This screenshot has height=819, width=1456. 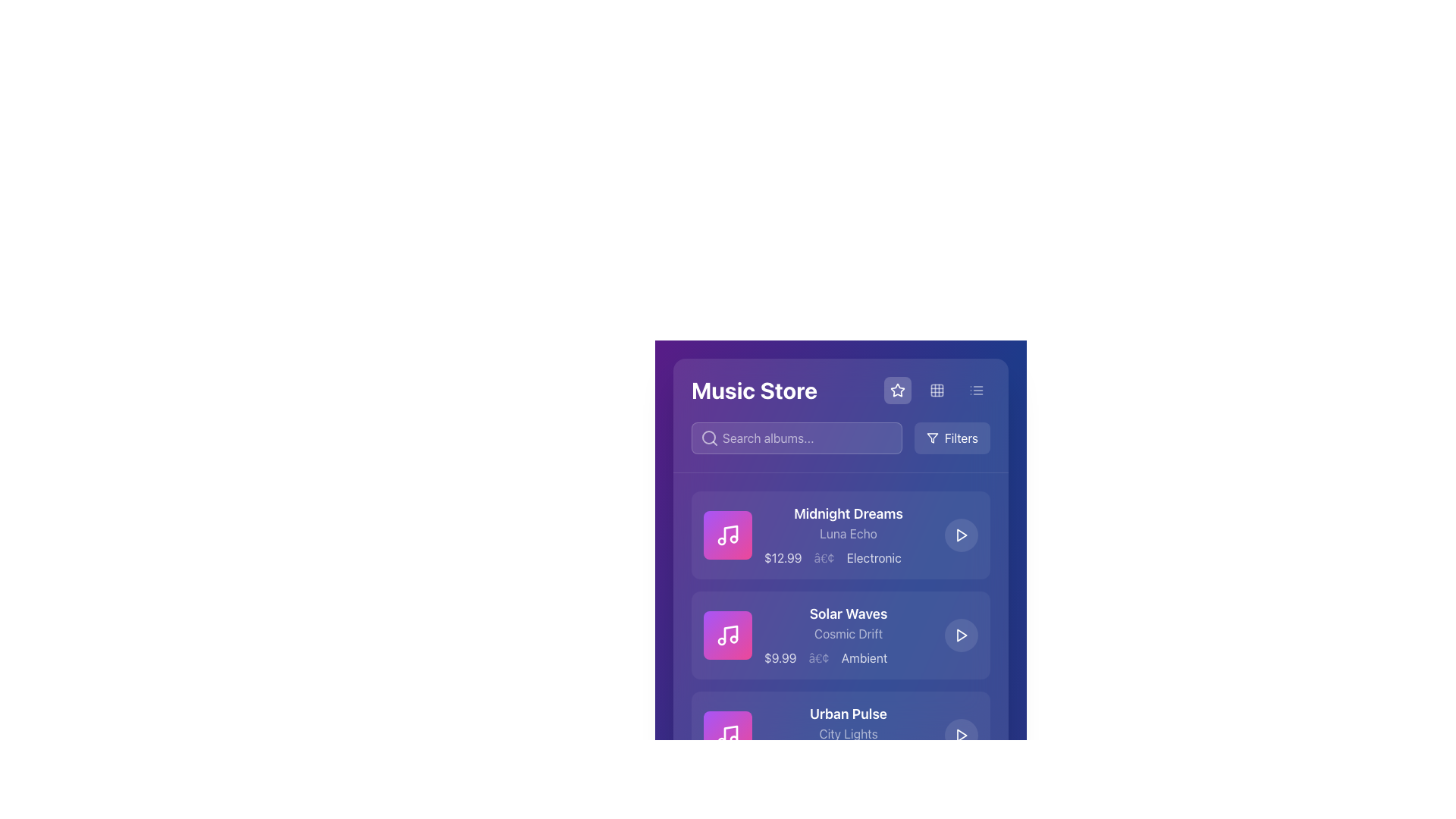 I want to click on the first music listing card in the store UI, so click(x=839, y=534).